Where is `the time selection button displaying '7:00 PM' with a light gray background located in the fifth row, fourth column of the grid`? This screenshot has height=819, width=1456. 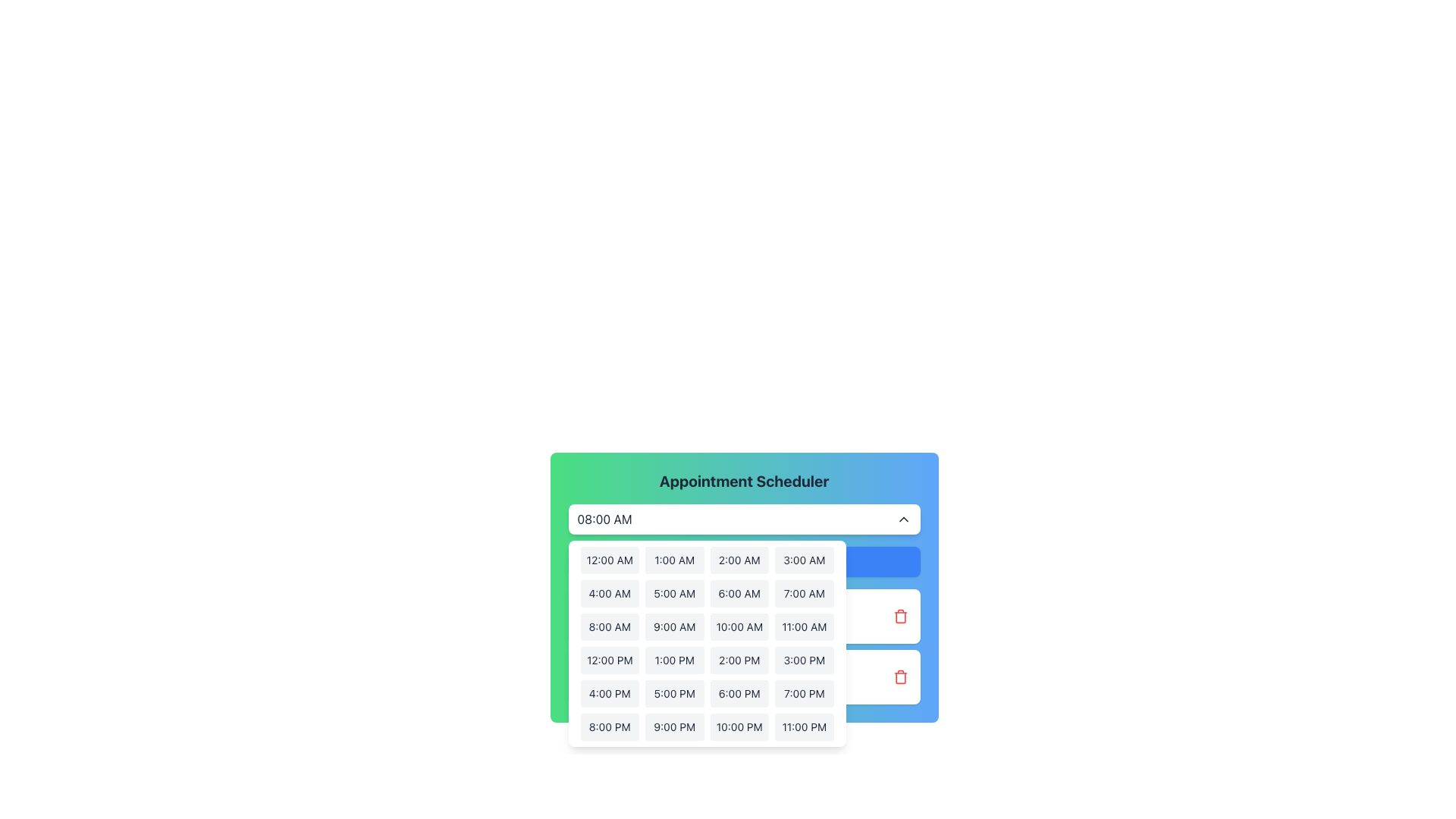 the time selection button displaying '7:00 PM' with a light gray background located in the fifth row, fourth column of the grid is located at coordinates (803, 693).